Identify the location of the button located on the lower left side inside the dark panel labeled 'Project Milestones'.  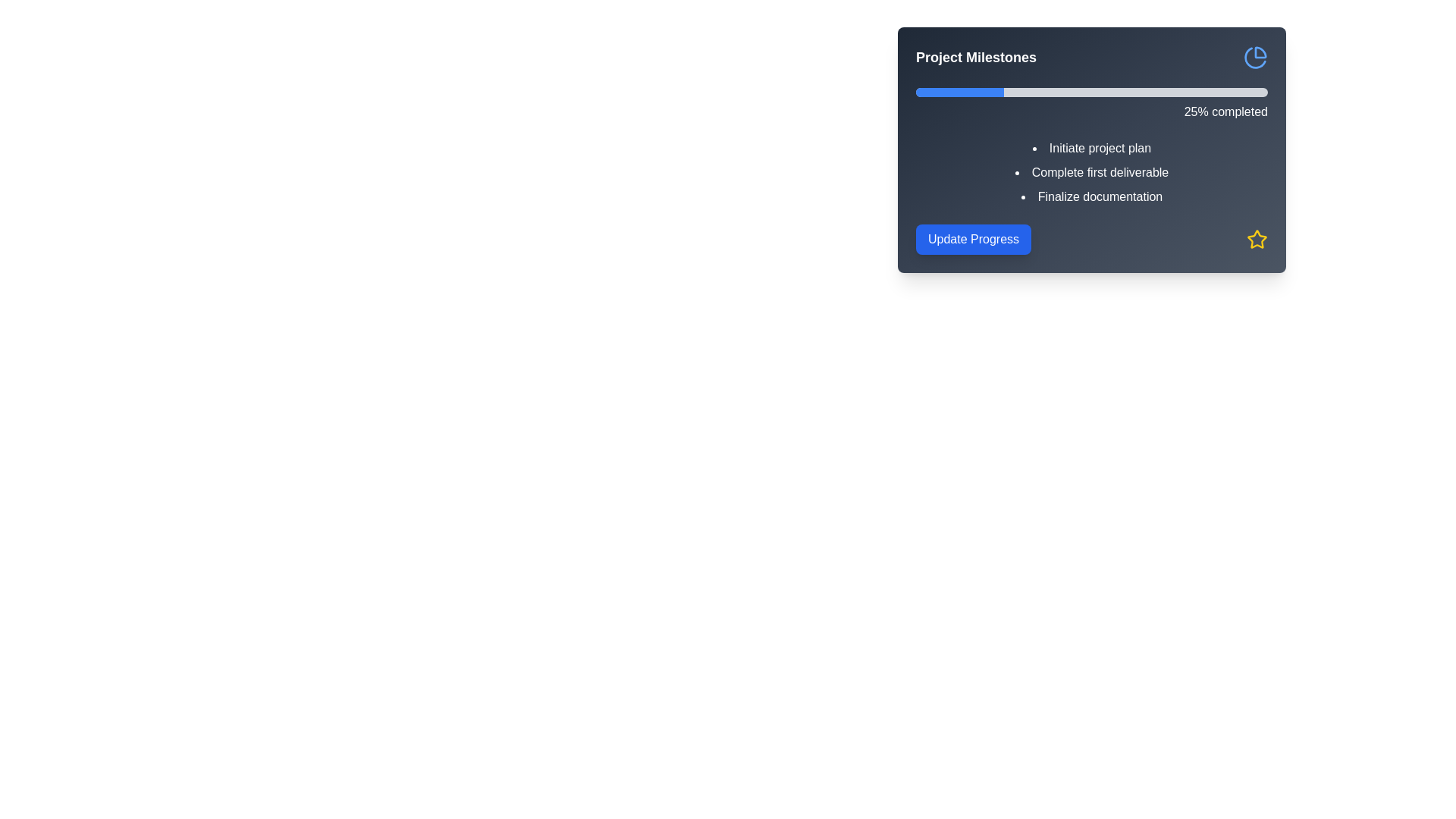
(974, 239).